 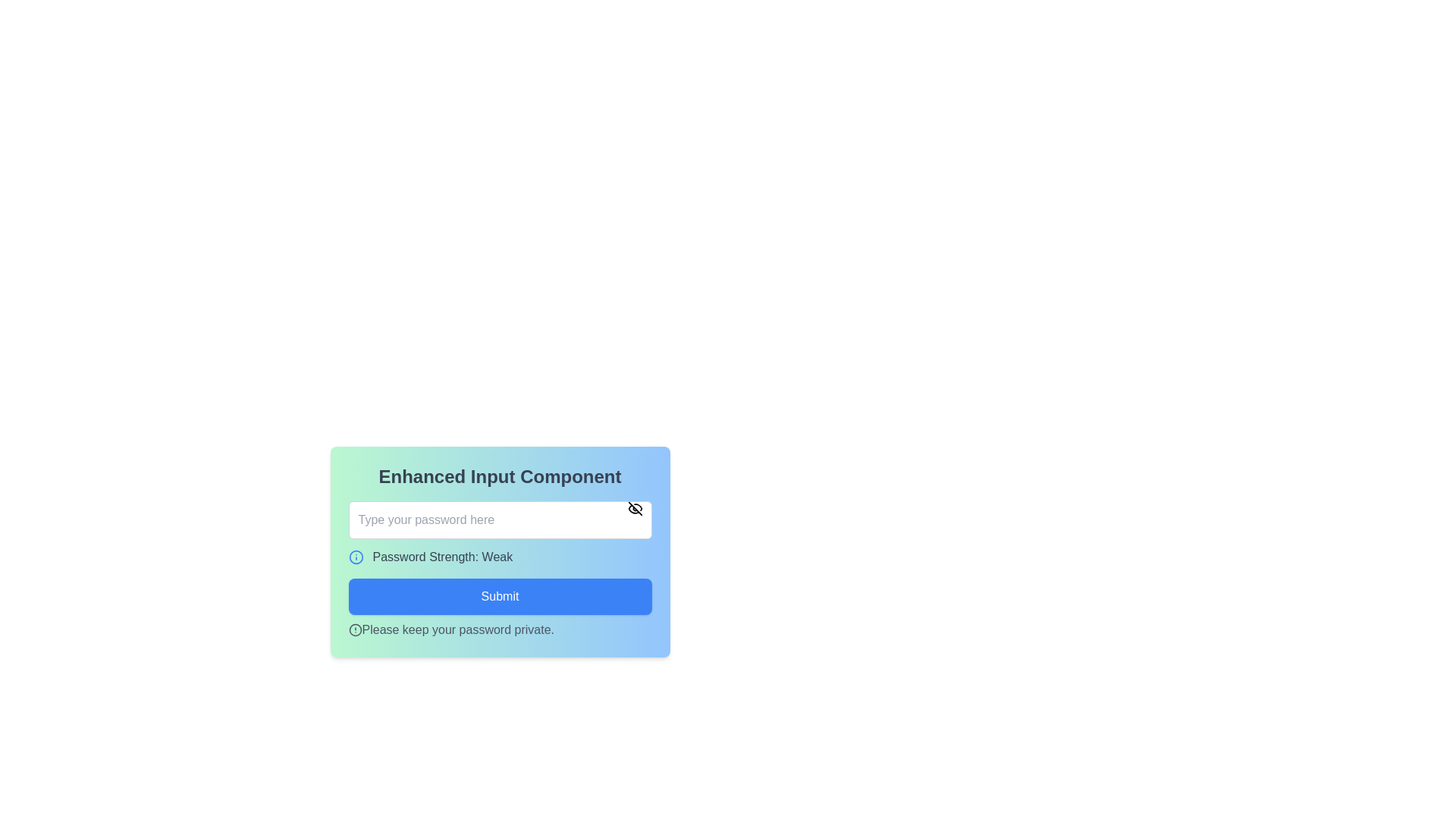 I want to click on the central circular shape of the password strength indicator located to the left of the text 'Password Strength: Weak', so click(x=355, y=557).